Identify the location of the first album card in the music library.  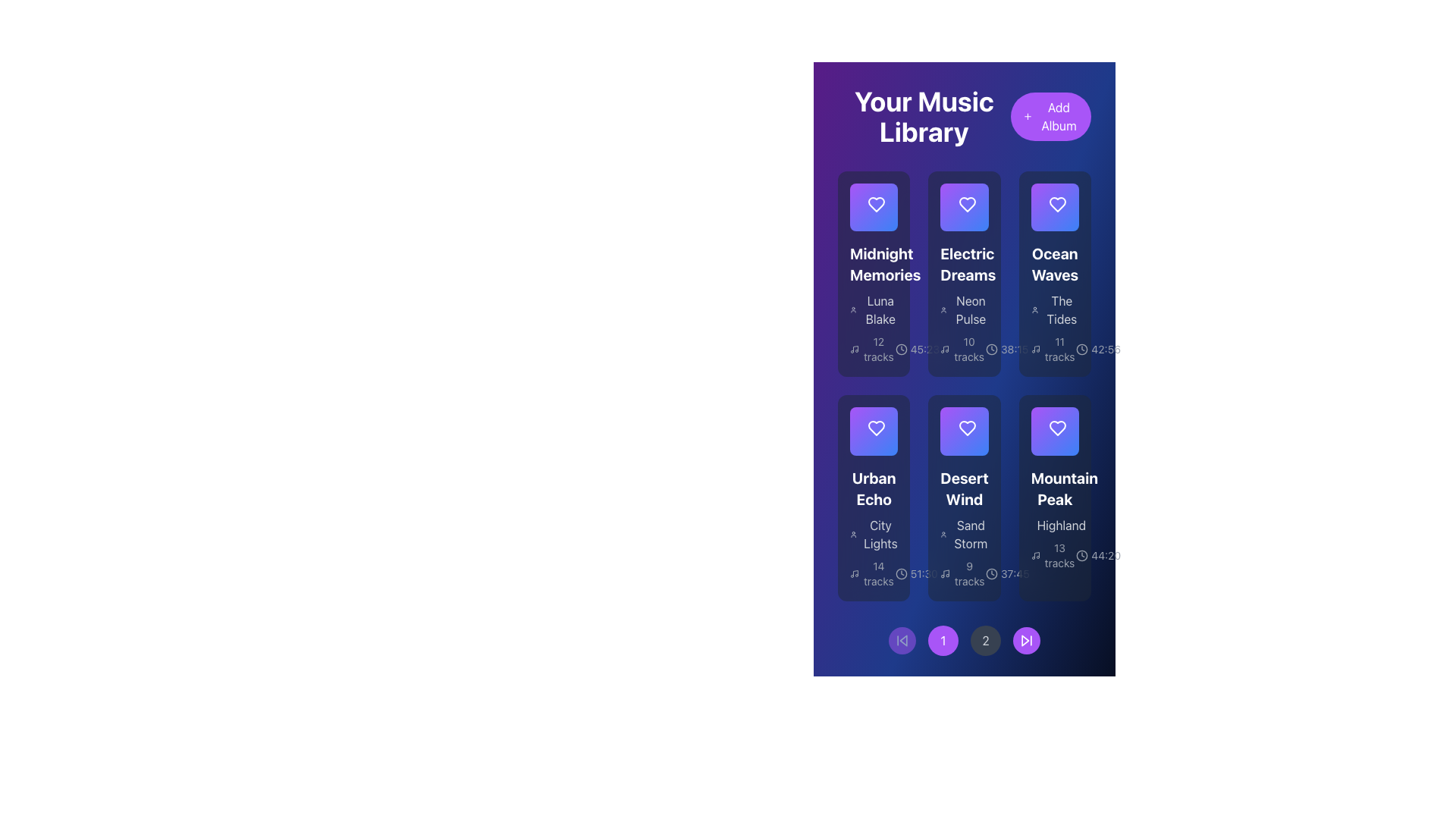
(874, 274).